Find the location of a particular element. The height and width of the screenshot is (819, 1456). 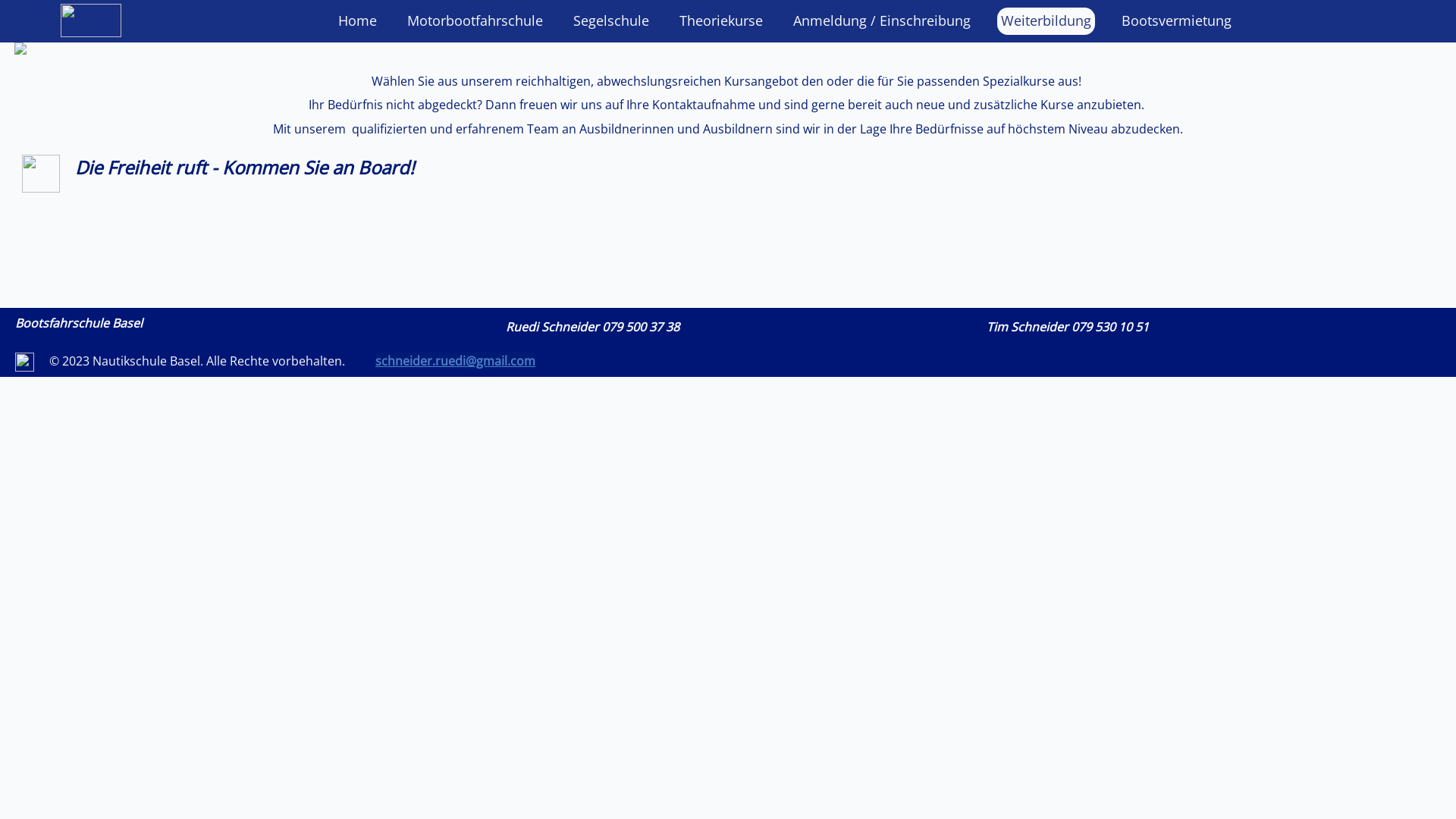

'Theoriekurse' is located at coordinates (720, 20).